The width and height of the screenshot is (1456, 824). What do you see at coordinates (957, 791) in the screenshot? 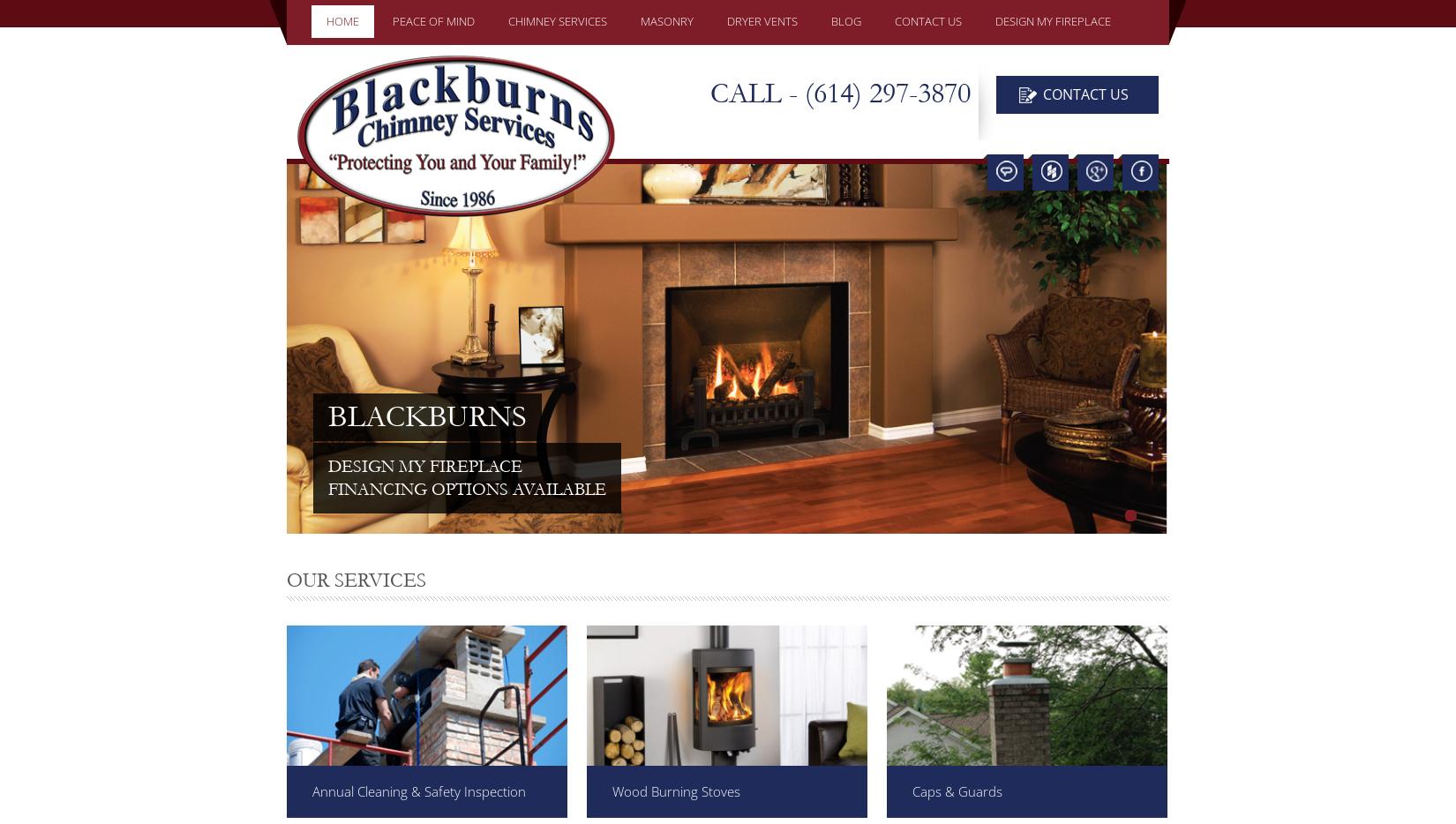
I see `'Caps & Guards'` at bounding box center [957, 791].